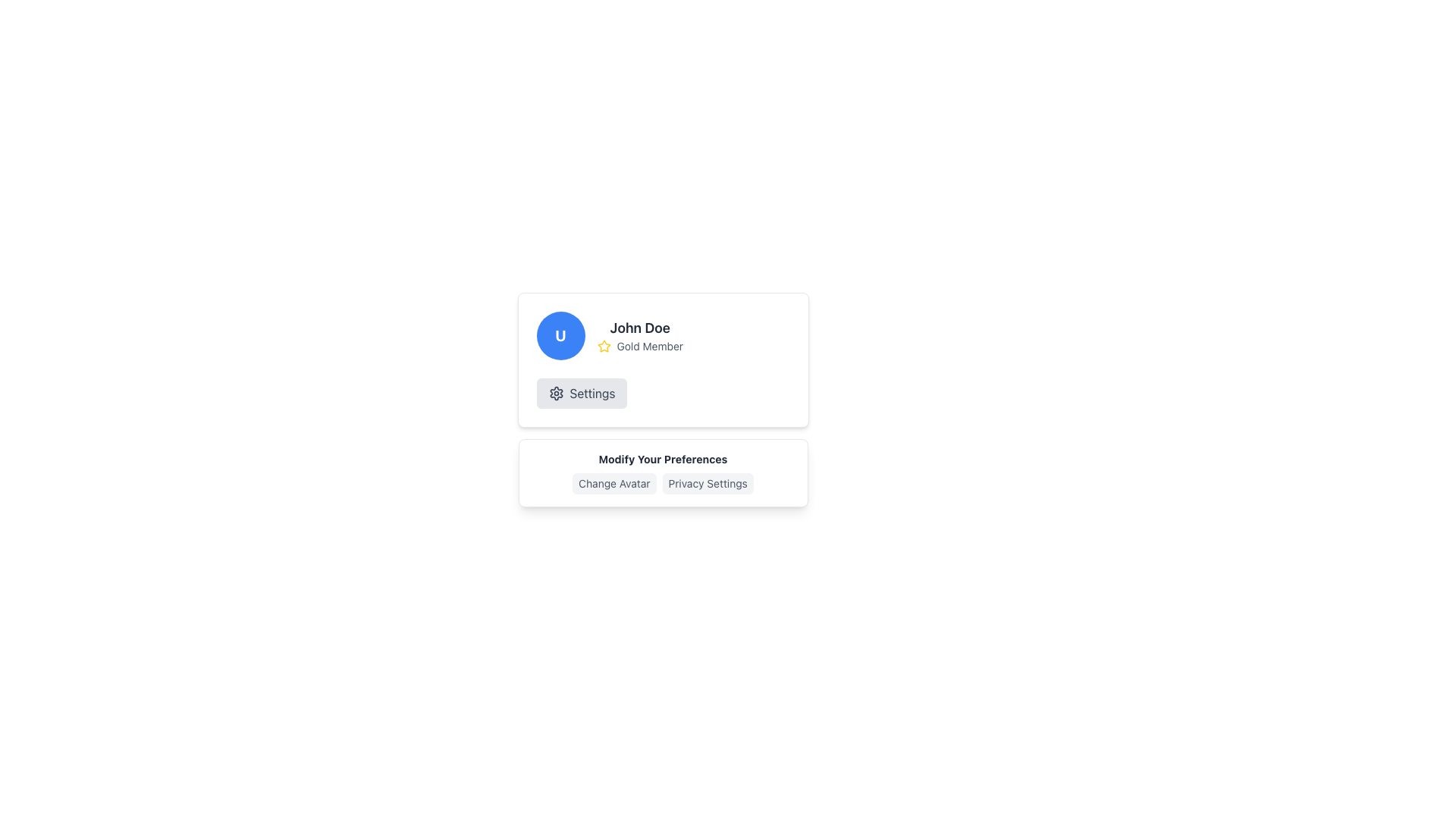 The image size is (1456, 819). Describe the element at coordinates (650, 346) in the screenshot. I see `the 'Gold Member' status label, which is positioned to the right of a yellow star icon and below the name 'John Doe'` at that location.